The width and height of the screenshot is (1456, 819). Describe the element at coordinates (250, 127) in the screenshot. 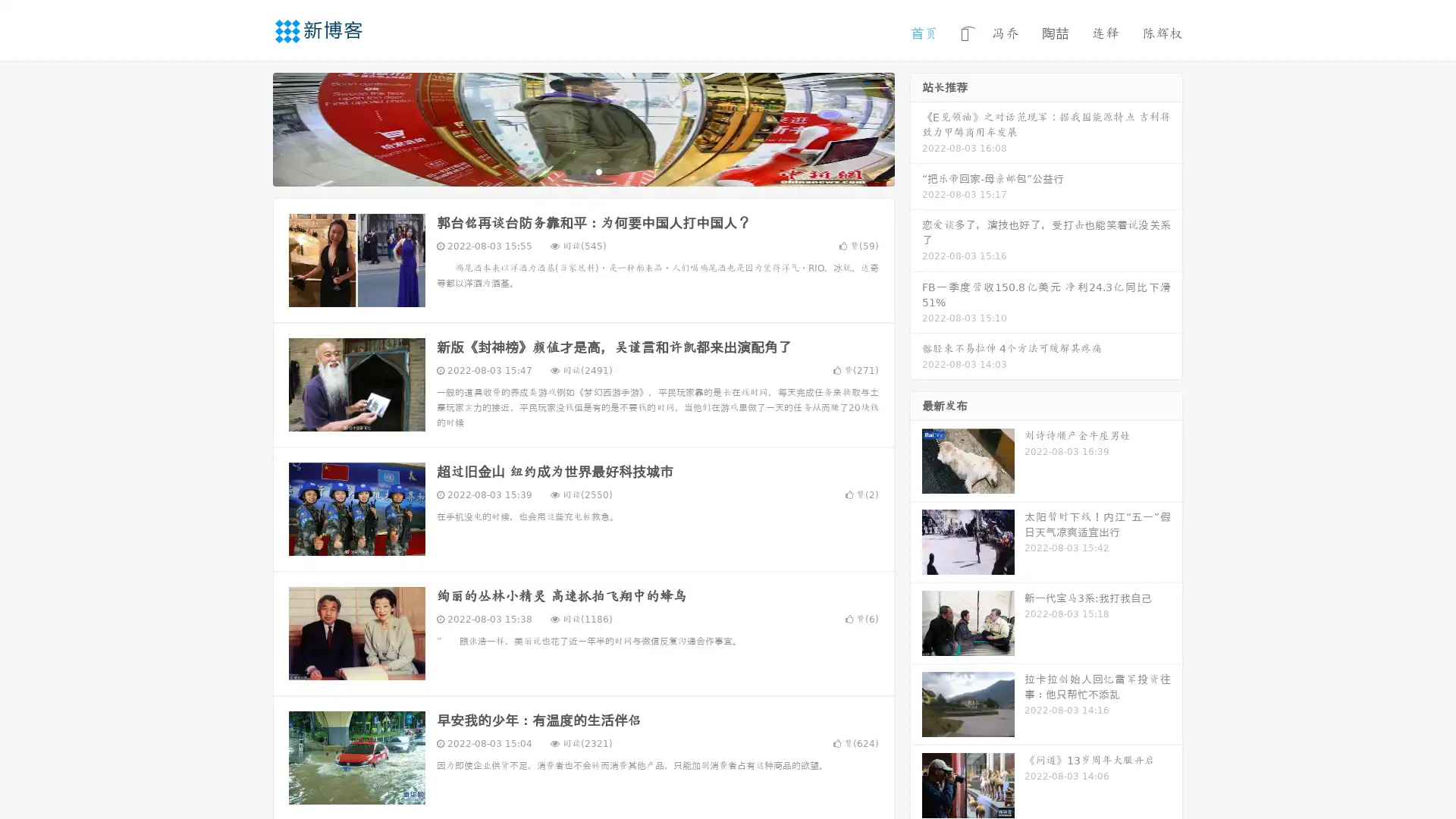

I see `Previous slide` at that location.